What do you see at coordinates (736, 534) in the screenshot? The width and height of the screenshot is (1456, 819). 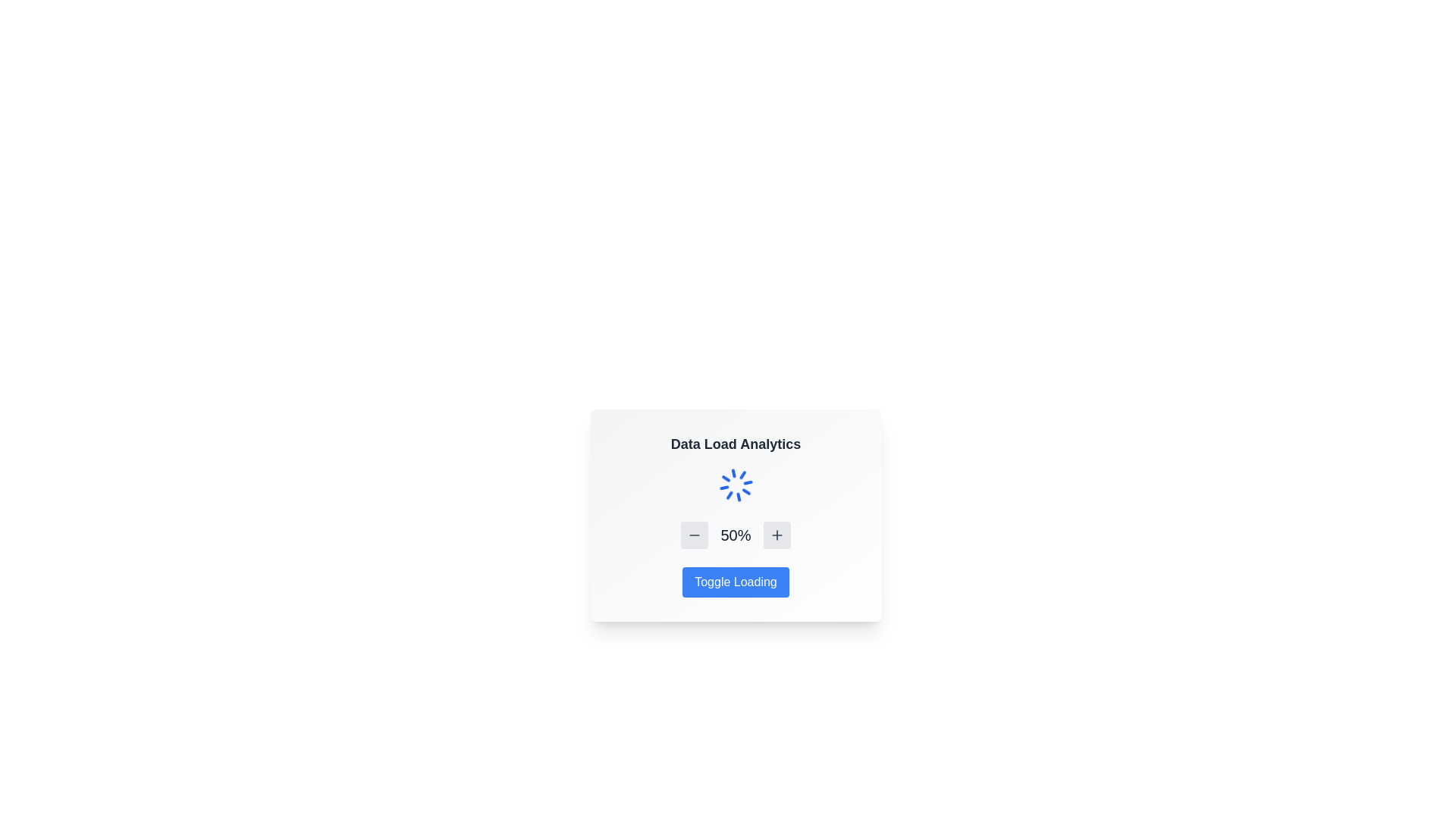 I see `the label displaying '50%' which is located beneath a spinning loader icon and is flanked by two buttons ('-' on the left and '+' on the right)` at bounding box center [736, 534].